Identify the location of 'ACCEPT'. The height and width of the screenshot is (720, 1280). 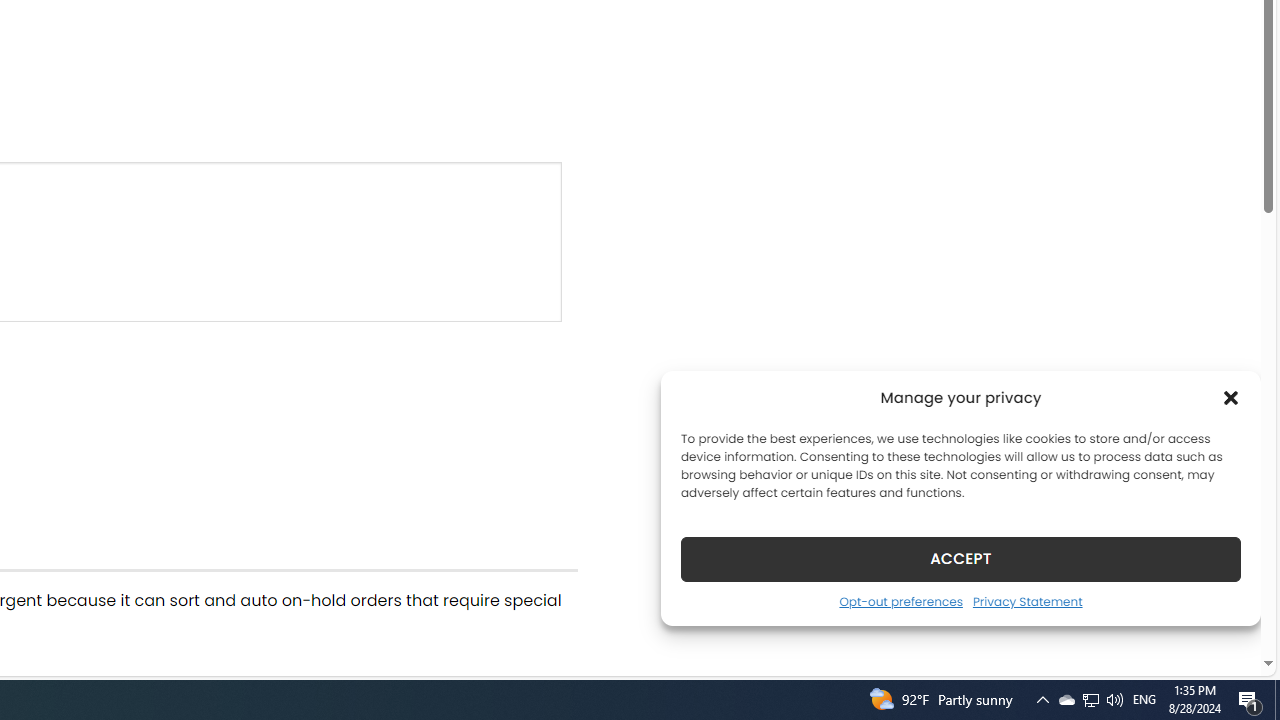
(961, 558).